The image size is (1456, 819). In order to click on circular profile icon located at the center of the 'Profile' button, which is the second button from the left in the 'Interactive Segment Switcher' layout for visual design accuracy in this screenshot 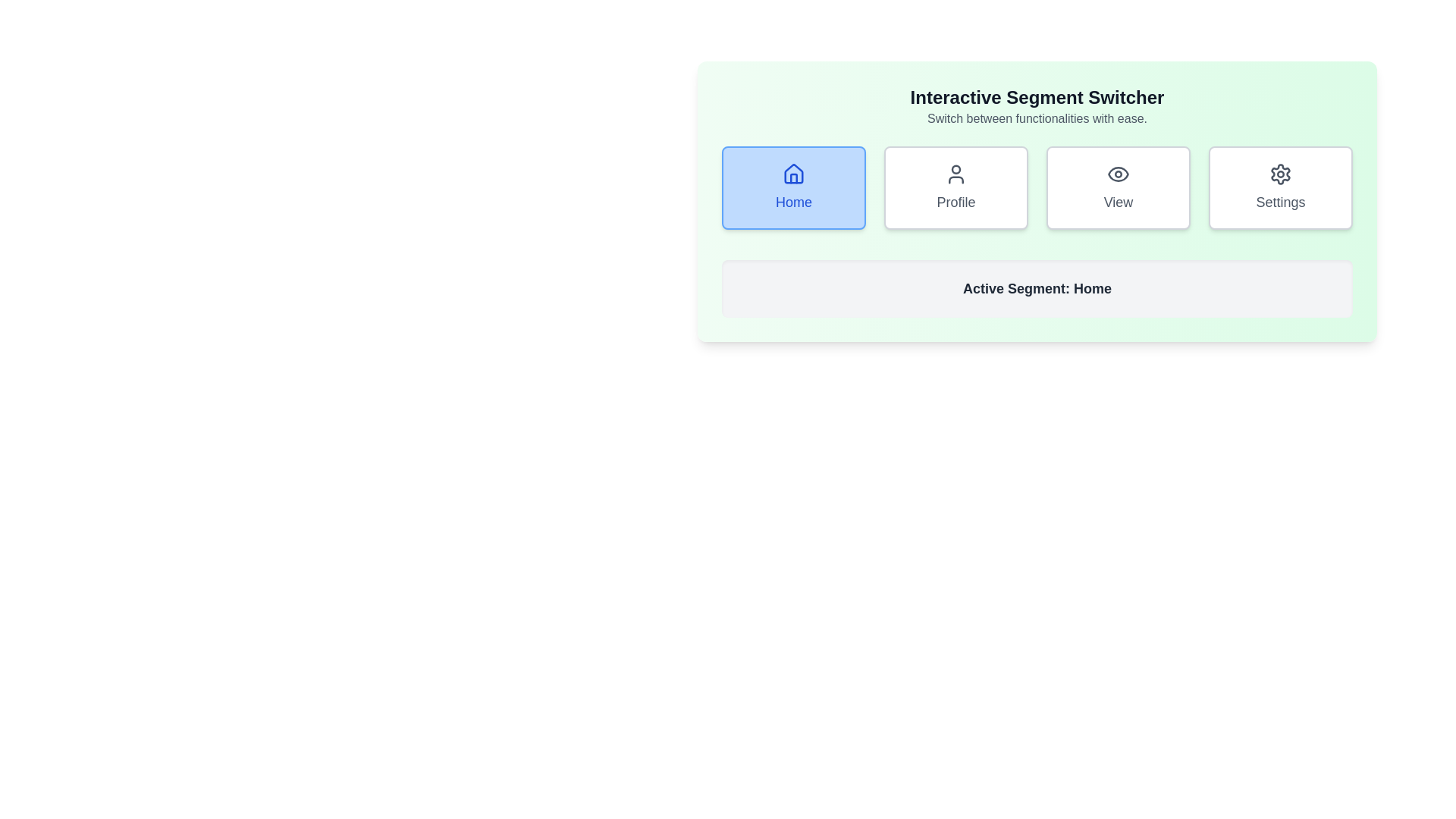, I will do `click(955, 169)`.